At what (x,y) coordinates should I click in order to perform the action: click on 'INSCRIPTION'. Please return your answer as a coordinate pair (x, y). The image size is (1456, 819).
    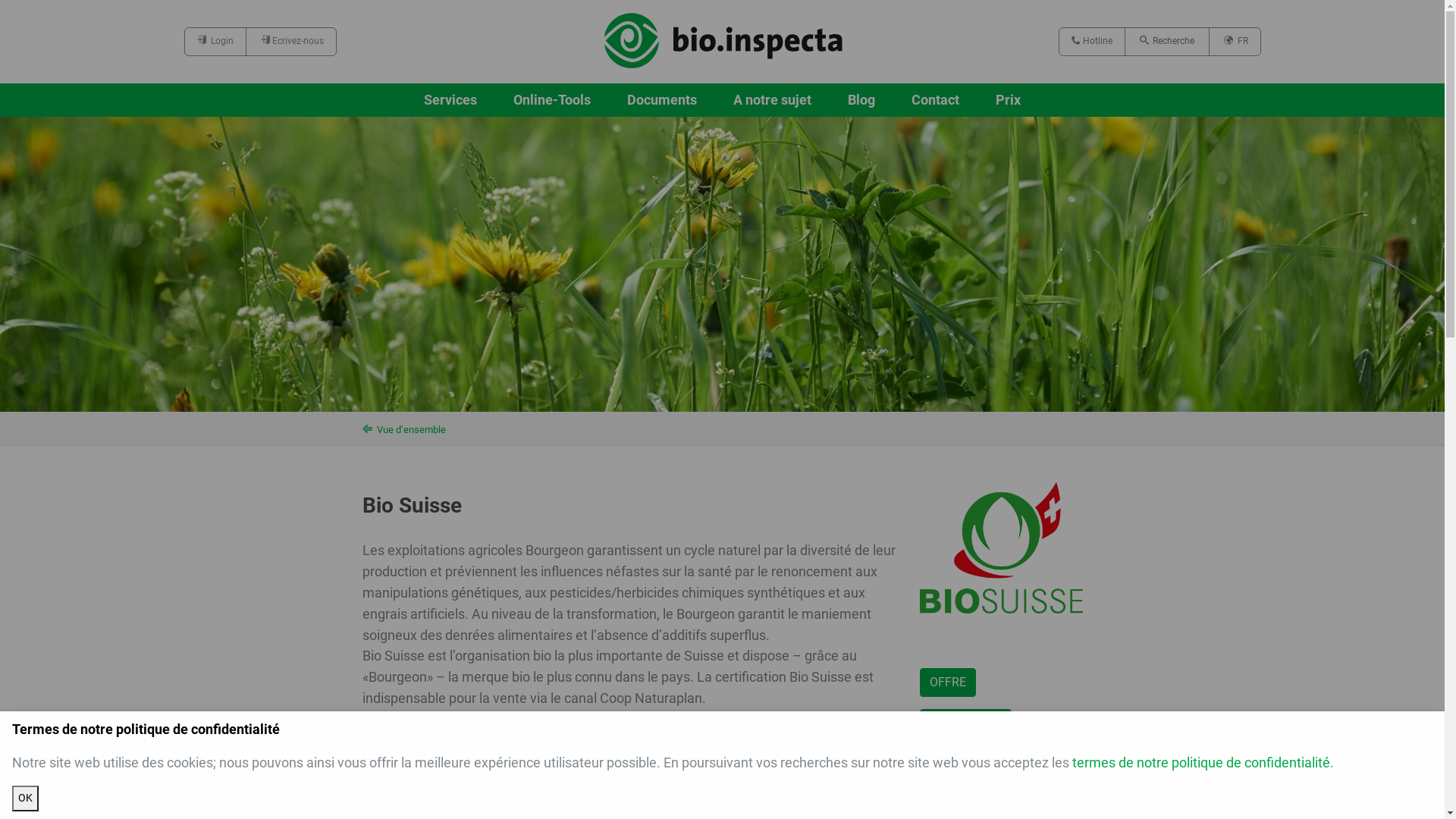
    Looking at the image, I should click on (964, 722).